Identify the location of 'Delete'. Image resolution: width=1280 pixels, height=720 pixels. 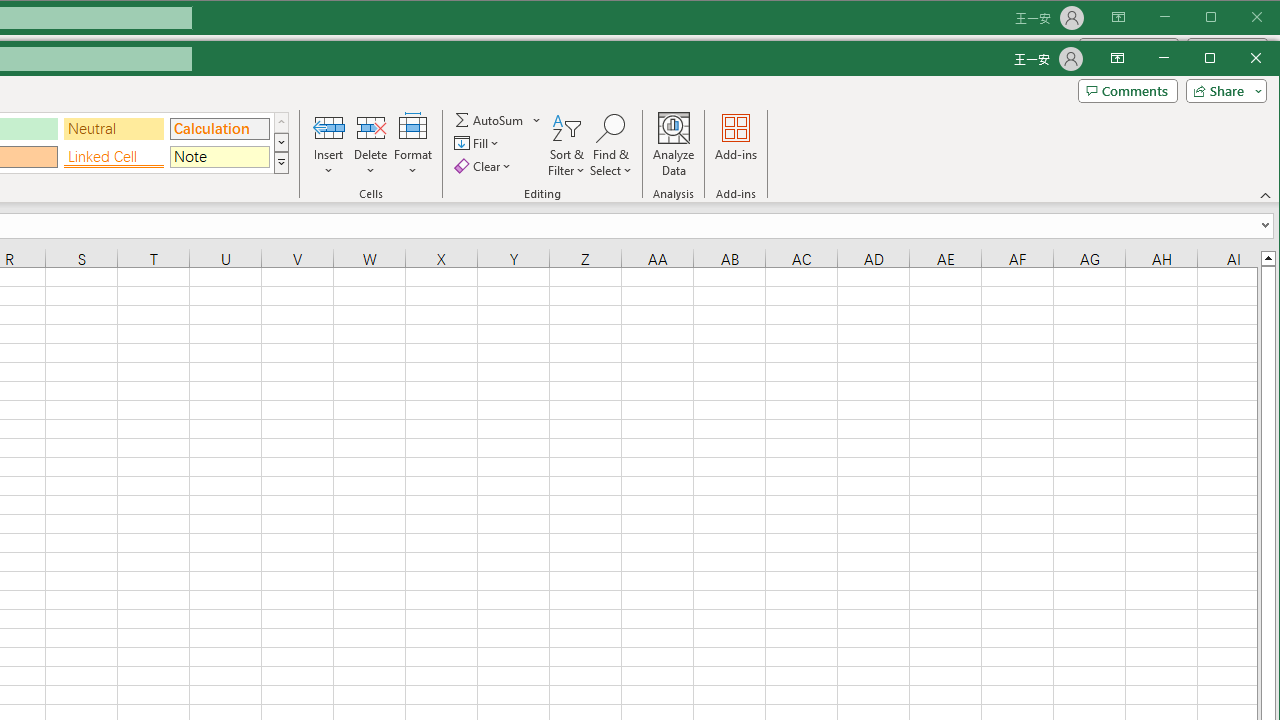
(370, 144).